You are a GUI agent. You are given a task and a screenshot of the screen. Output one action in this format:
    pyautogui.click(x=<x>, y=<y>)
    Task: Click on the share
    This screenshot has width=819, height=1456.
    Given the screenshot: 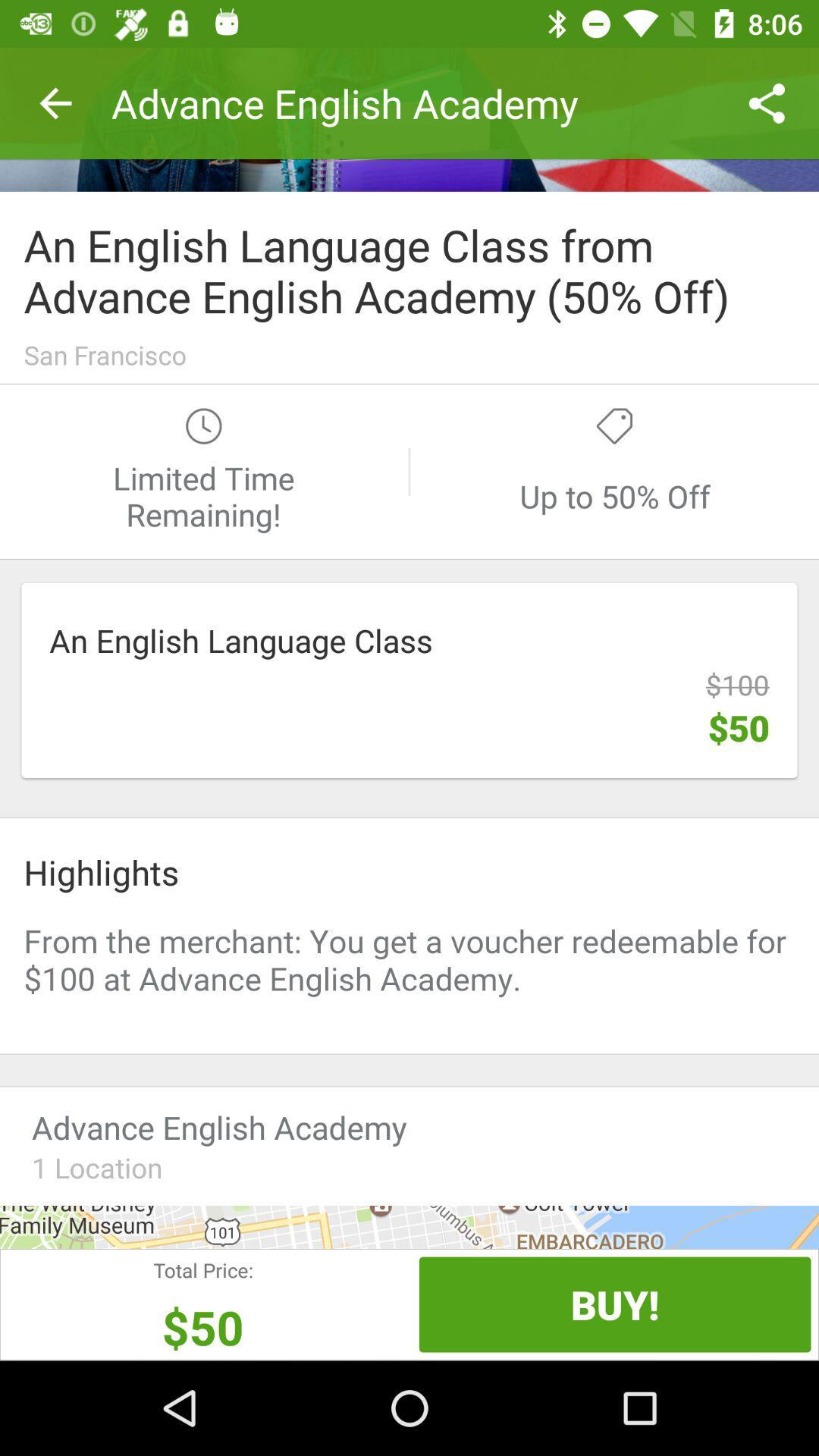 What is the action you would take?
    pyautogui.click(x=409, y=118)
    